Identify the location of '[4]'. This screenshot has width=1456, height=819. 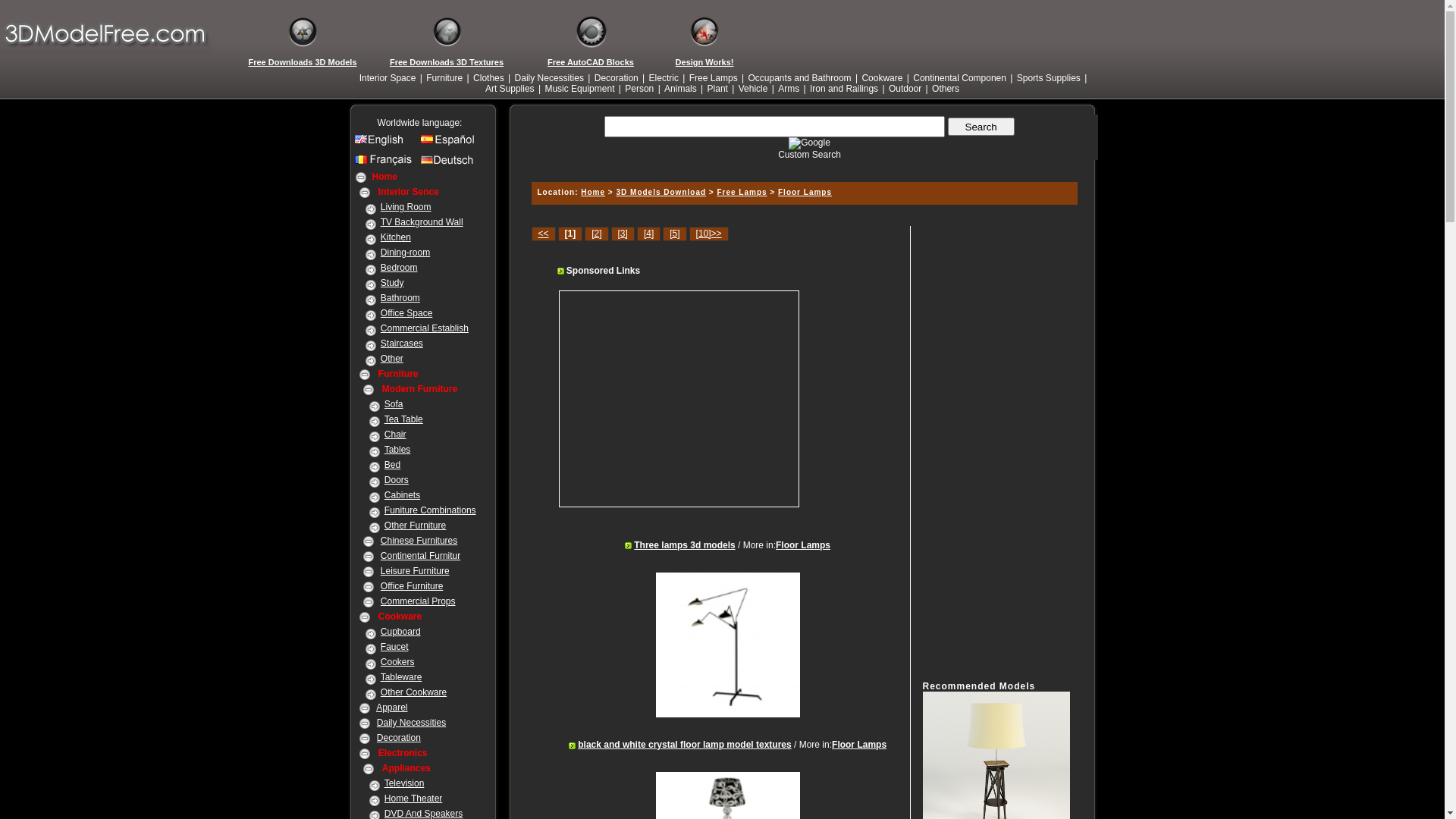
(637, 234).